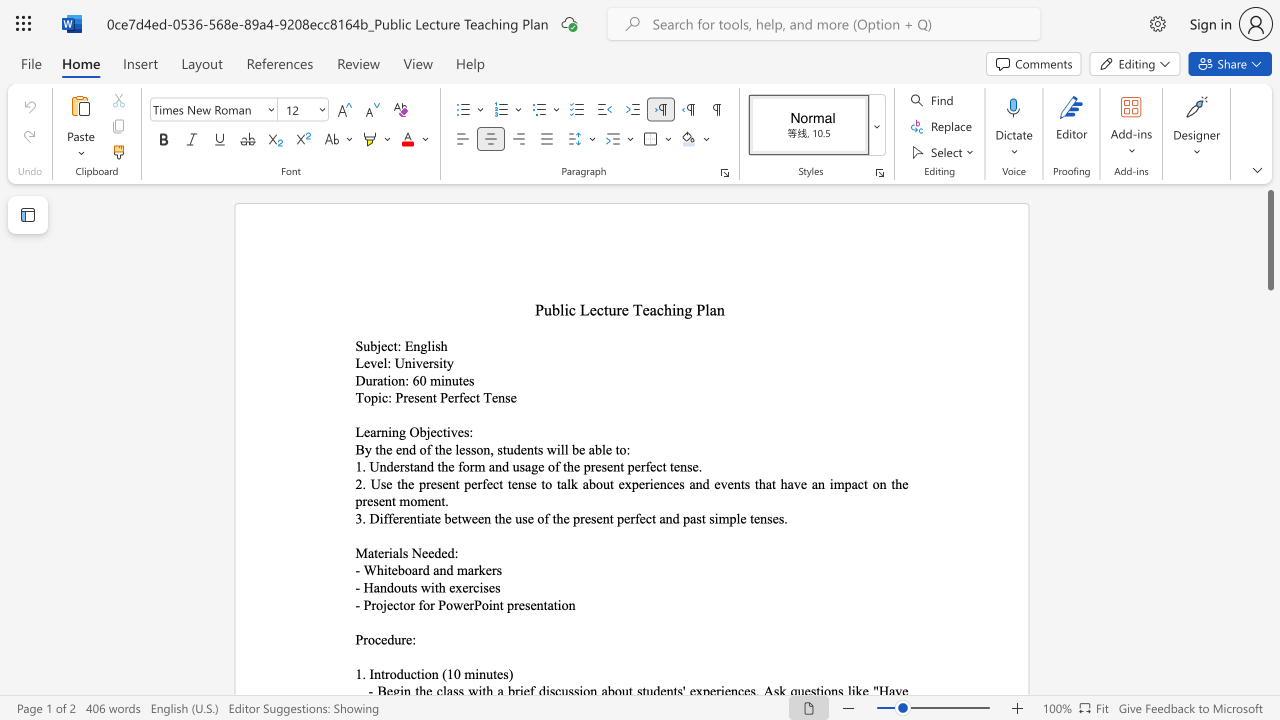  What do you see at coordinates (1269, 540) in the screenshot?
I see `the scrollbar on the right to move the page downward` at bounding box center [1269, 540].